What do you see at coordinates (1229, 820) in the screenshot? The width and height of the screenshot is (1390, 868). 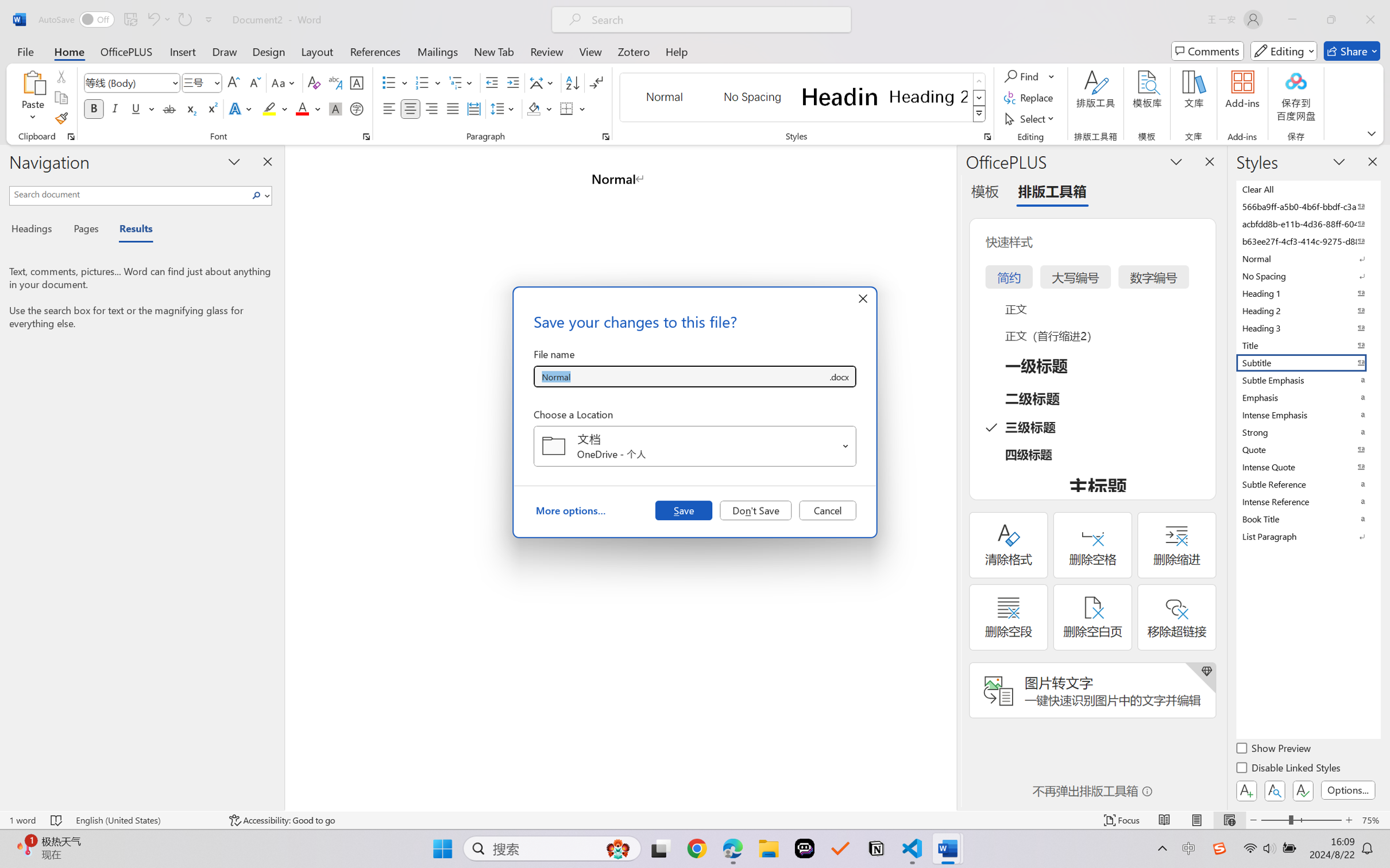 I see `'Web Layout'` at bounding box center [1229, 820].